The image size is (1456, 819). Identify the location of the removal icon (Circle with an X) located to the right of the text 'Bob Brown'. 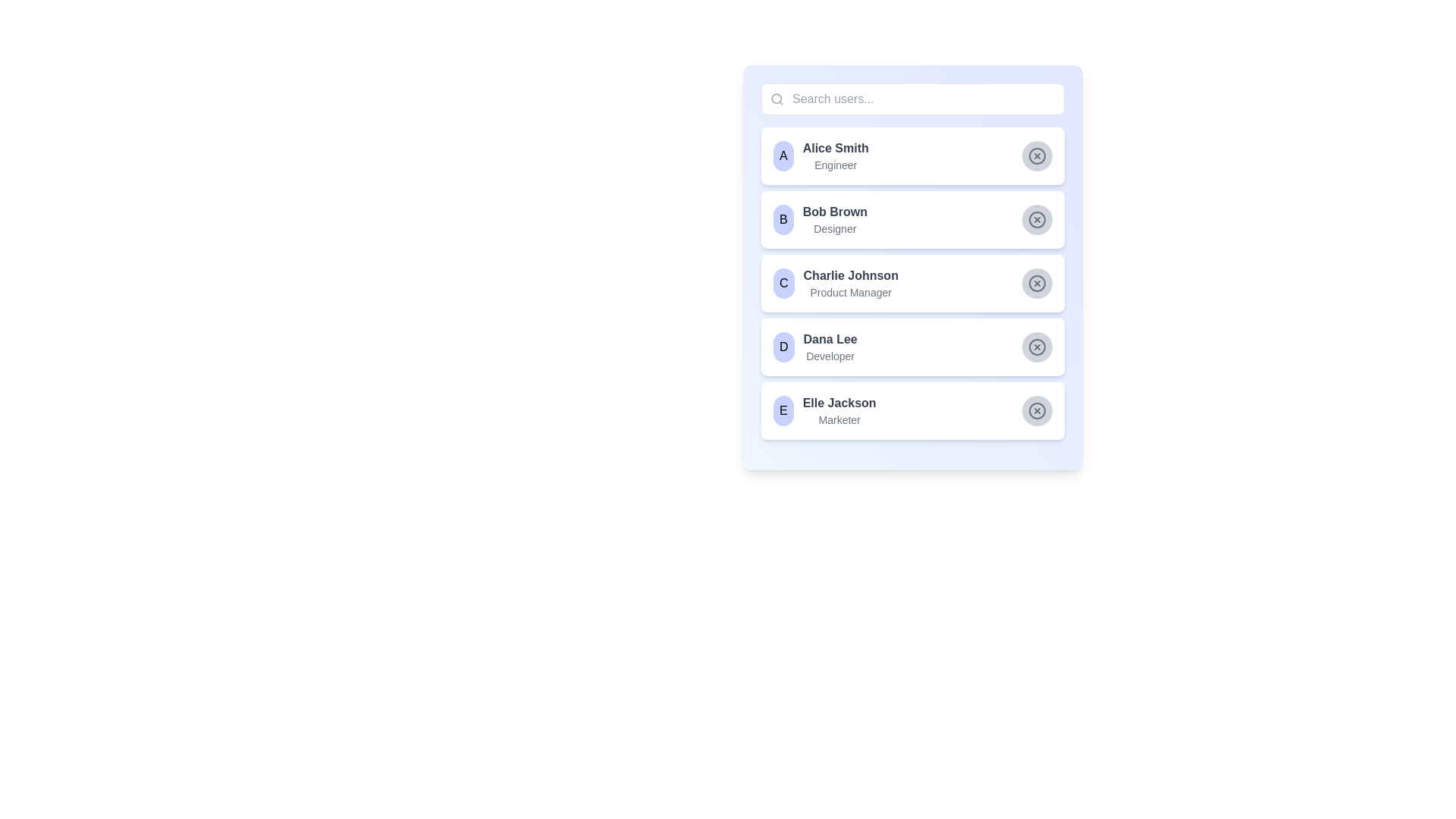
(1037, 219).